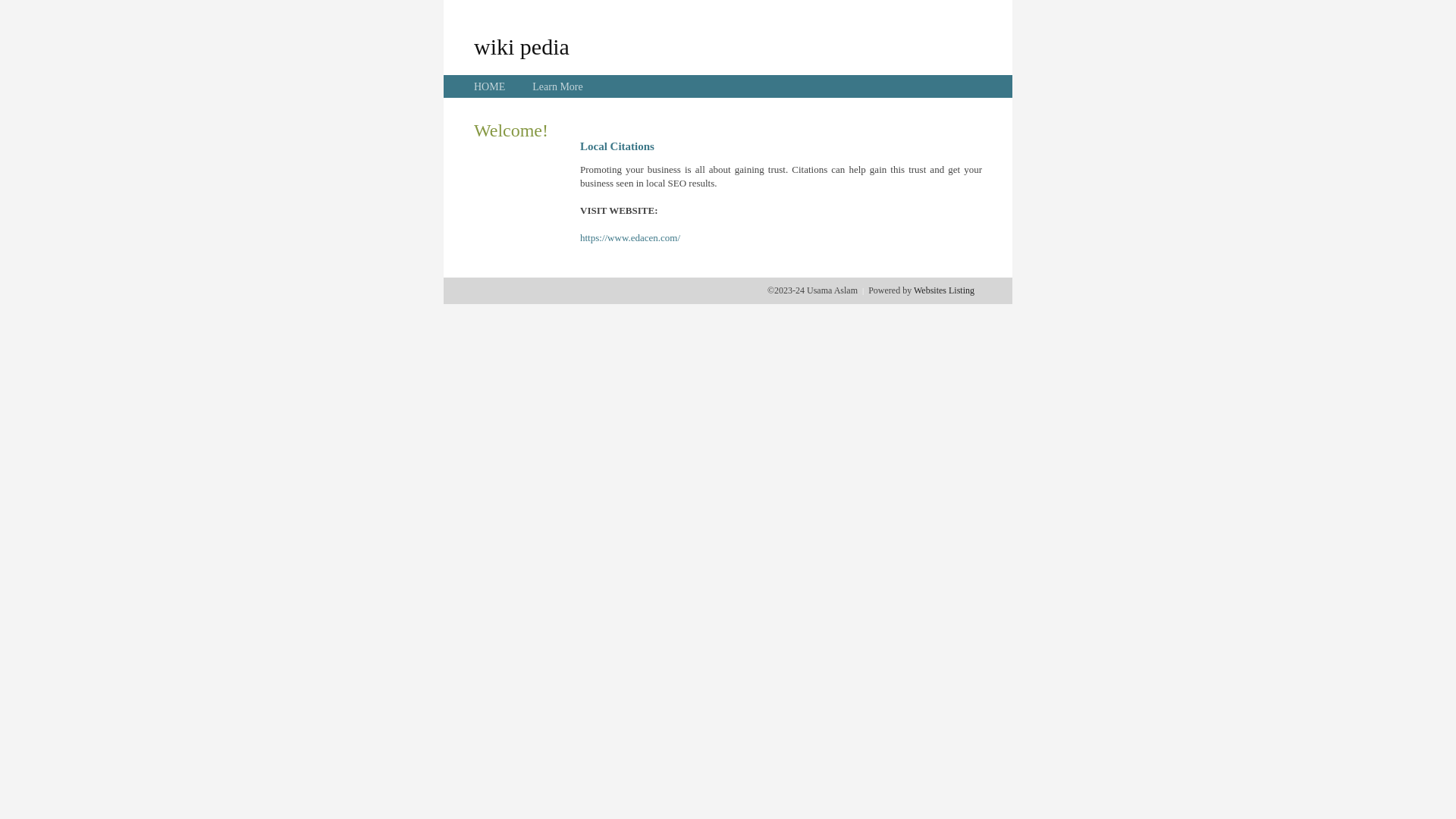  What do you see at coordinates (472, 45) in the screenshot?
I see `'wiki pedia'` at bounding box center [472, 45].